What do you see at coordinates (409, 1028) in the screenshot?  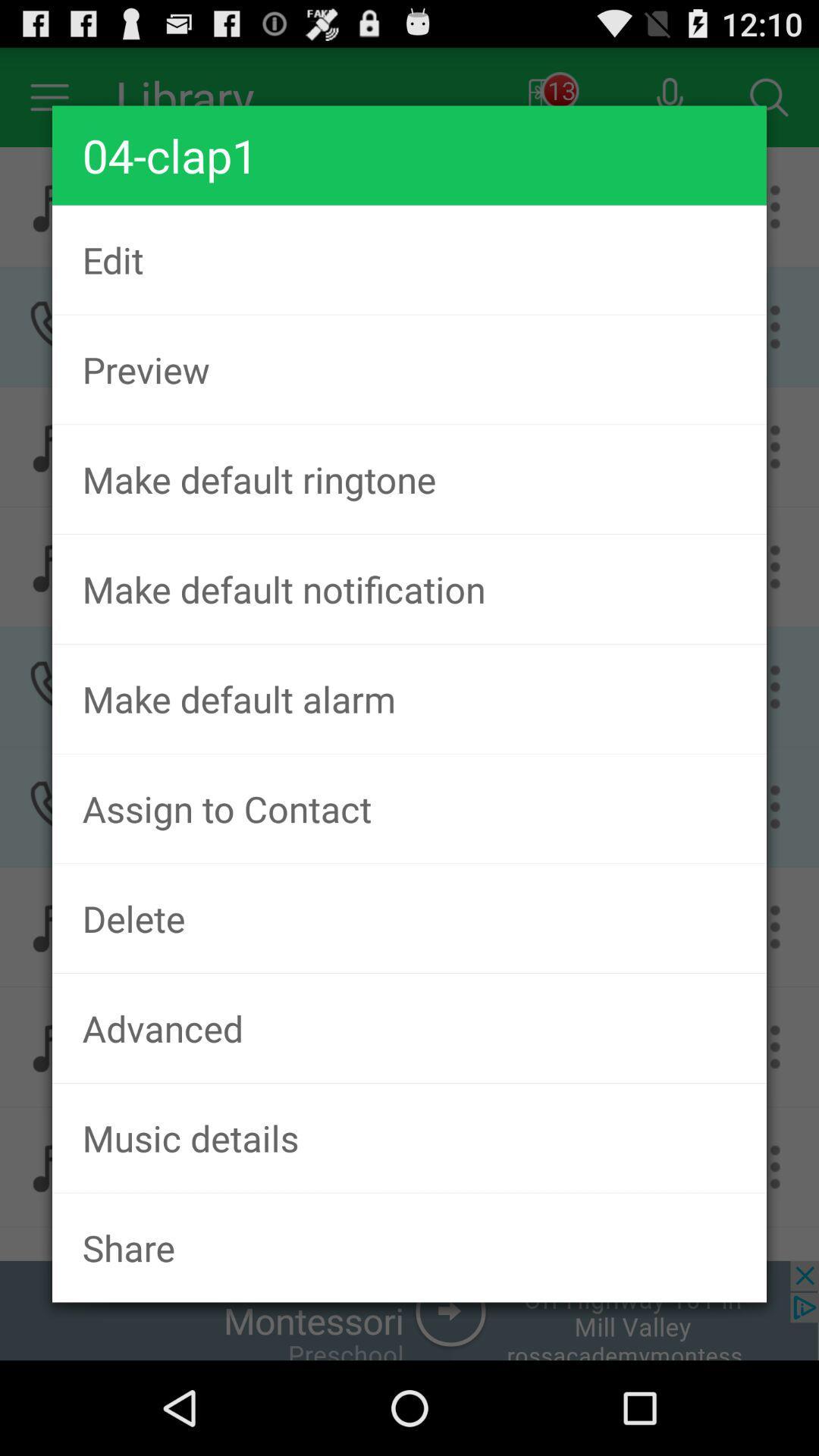 I see `the item below delete app` at bounding box center [409, 1028].